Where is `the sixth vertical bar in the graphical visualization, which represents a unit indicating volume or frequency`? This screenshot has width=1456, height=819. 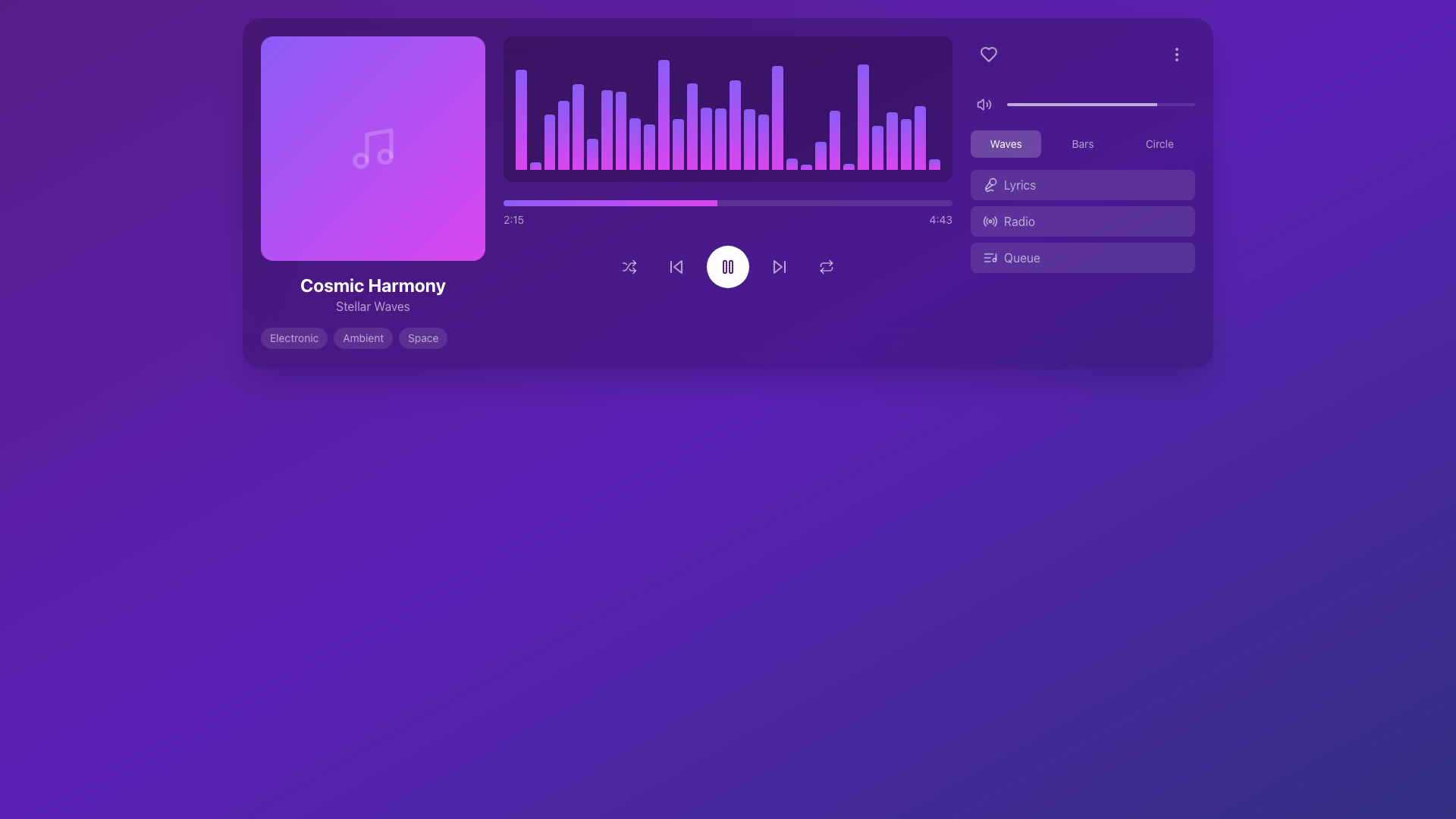
the sixth vertical bar in the graphical visualization, which represents a unit indicating volume or frequency is located at coordinates (591, 154).